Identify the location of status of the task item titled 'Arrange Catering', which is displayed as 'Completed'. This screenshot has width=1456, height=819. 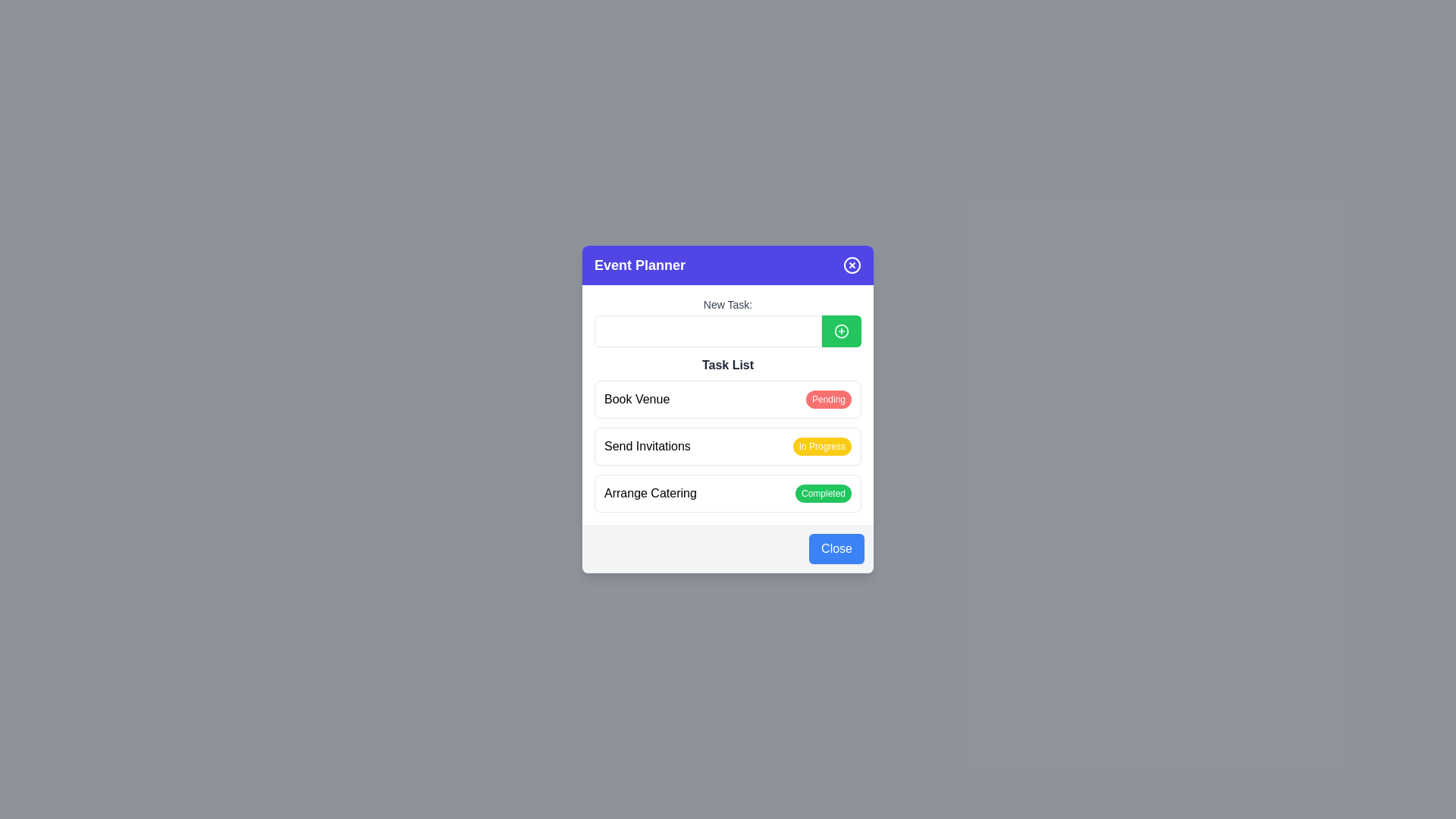
(728, 494).